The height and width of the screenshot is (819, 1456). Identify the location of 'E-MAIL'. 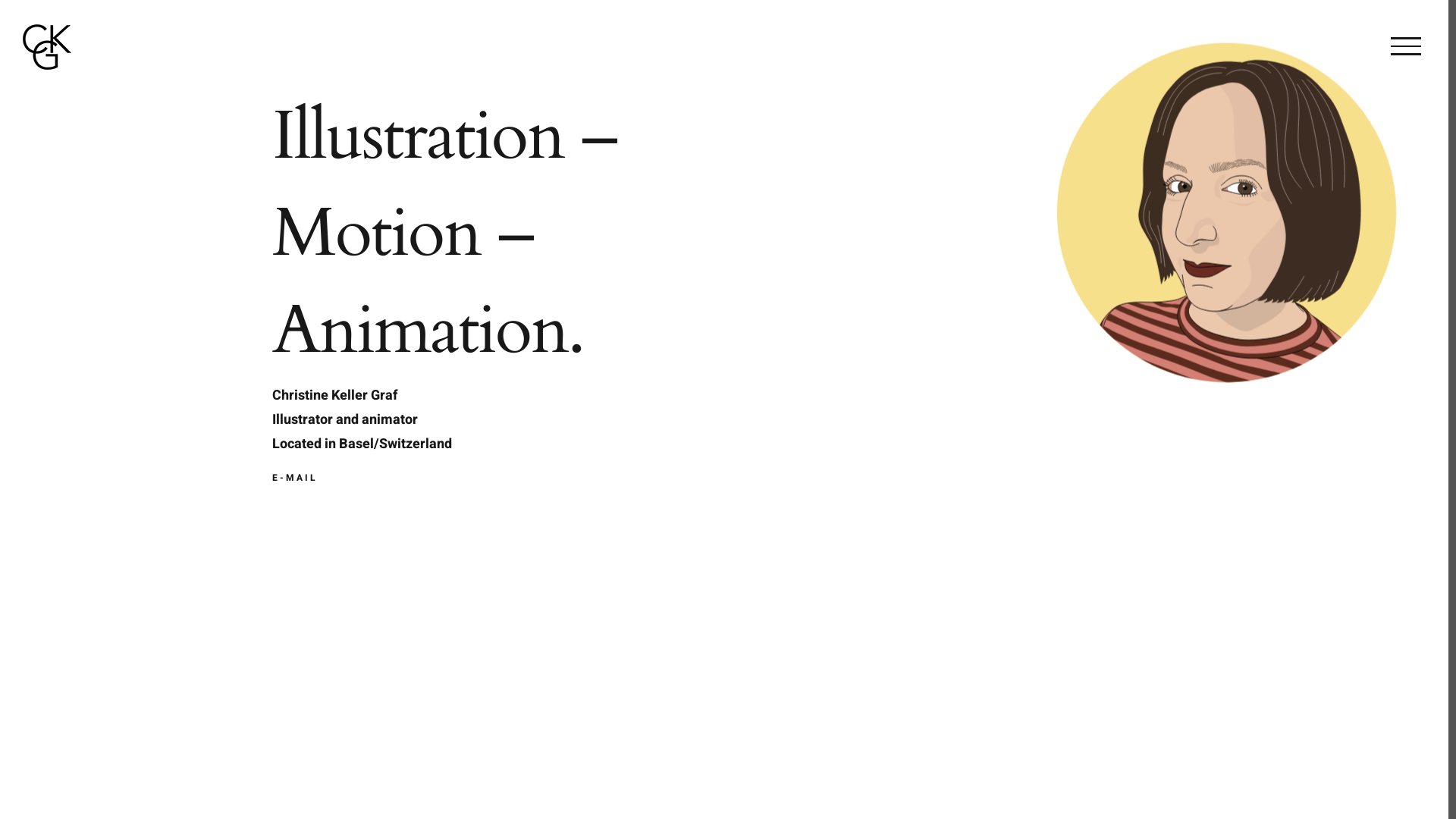
(294, 476).